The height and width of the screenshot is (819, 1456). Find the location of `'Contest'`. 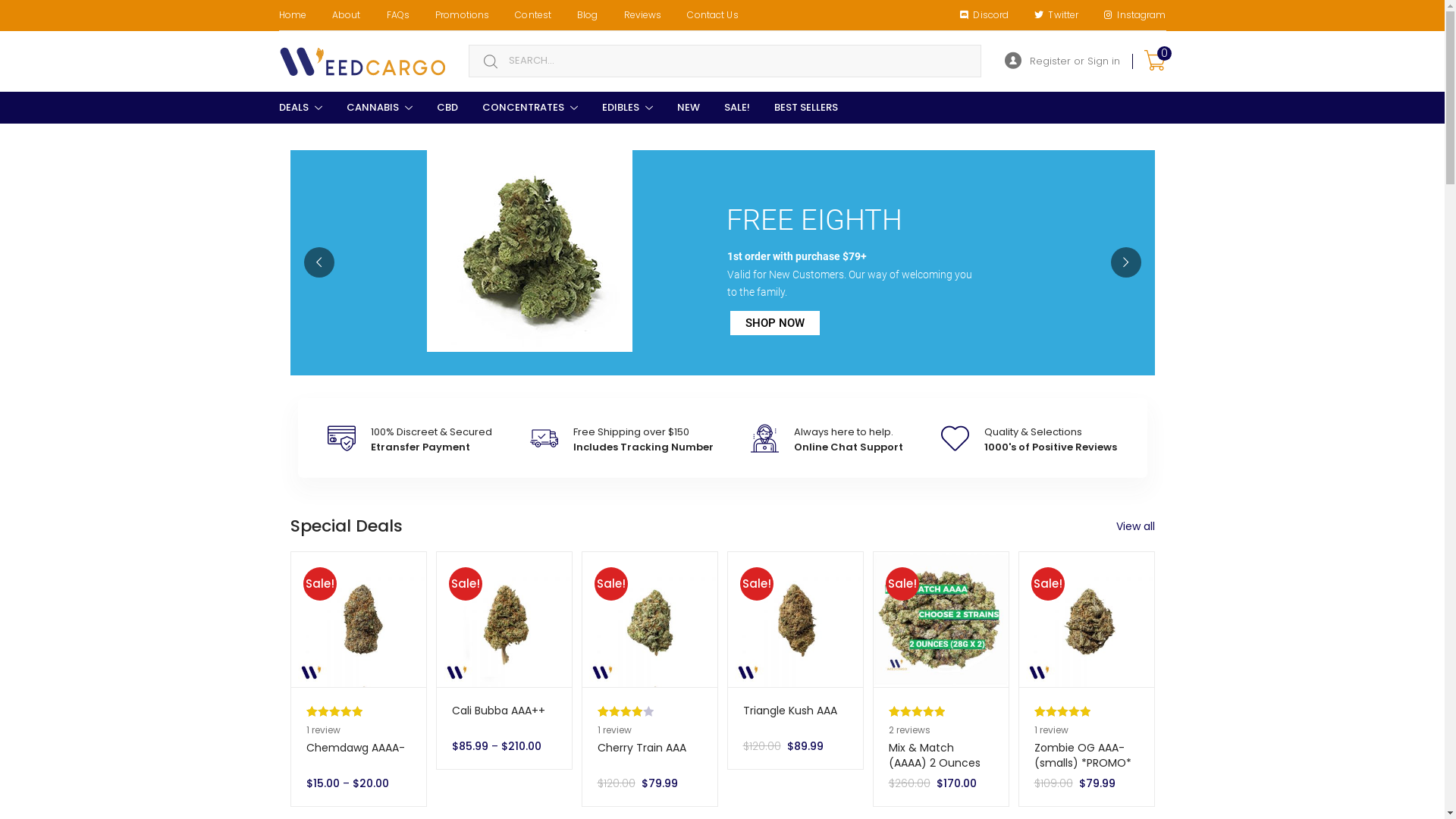

'Contest' is located at coordinates (532, 14).